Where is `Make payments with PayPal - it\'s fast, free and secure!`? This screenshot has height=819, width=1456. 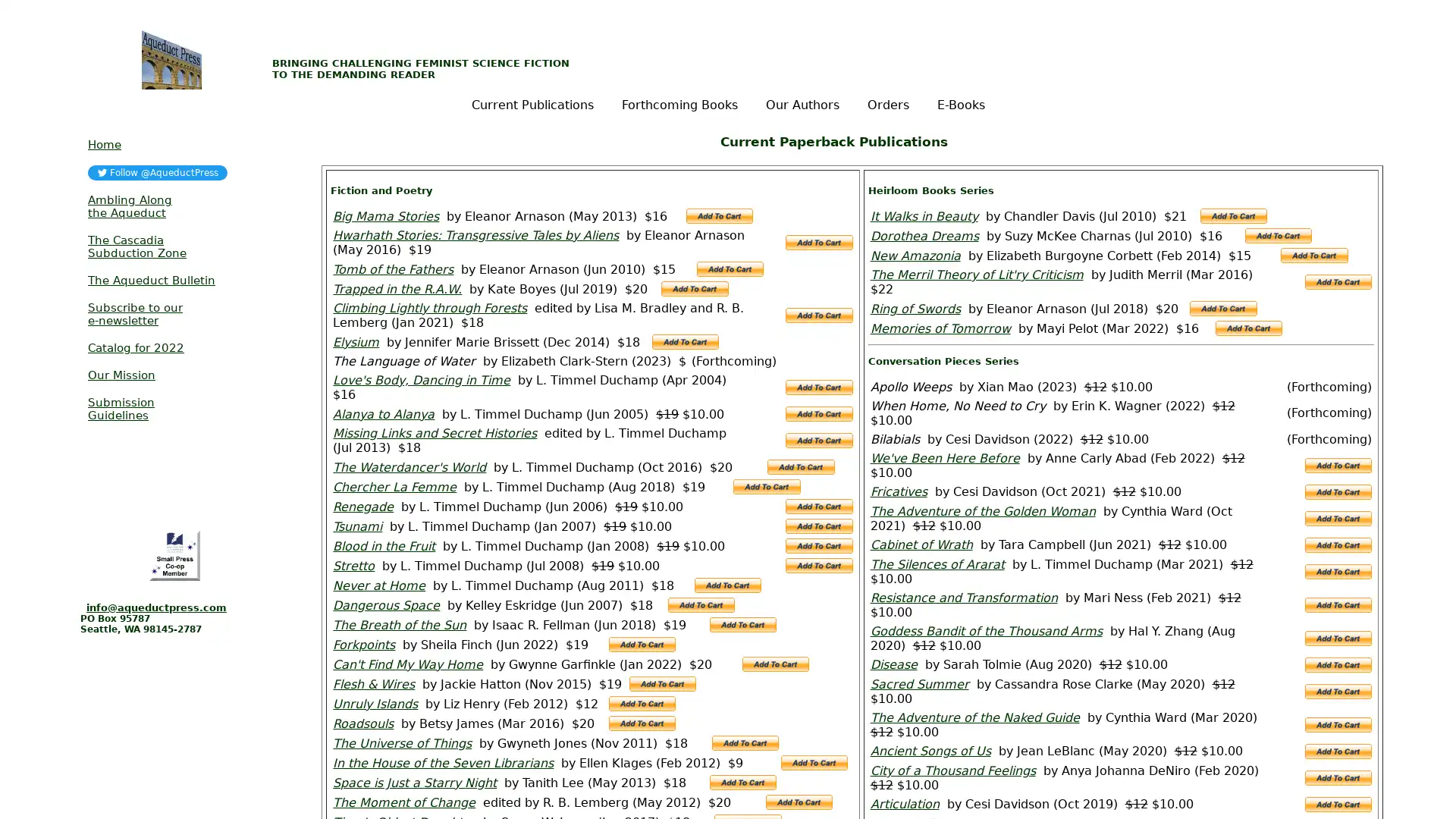
Make payments with PayPal - it\'s fast, free and secure! is located at coordinates (1338, 491).